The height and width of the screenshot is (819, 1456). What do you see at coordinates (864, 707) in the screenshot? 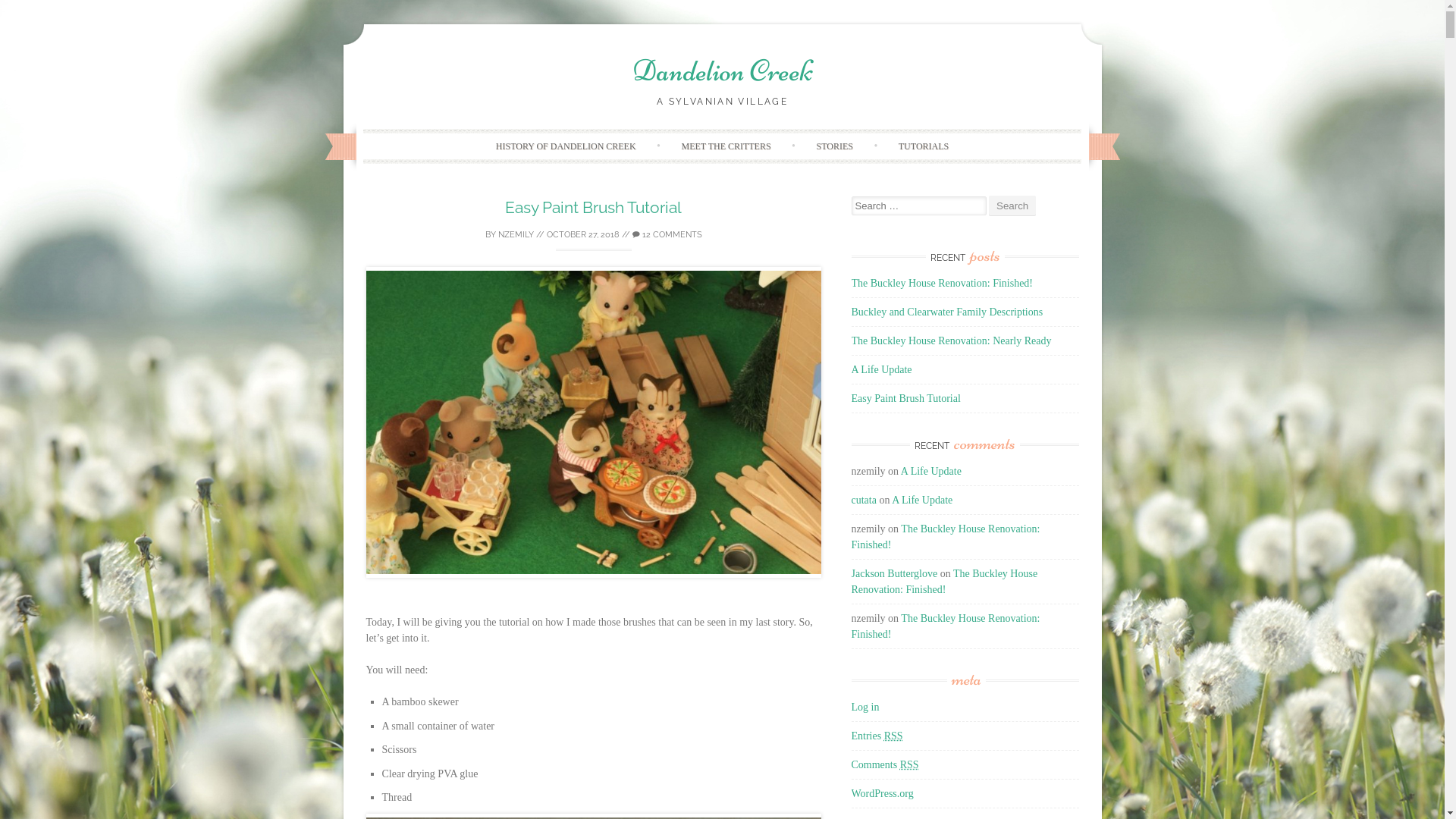
I see `'Log in'` at bounding box center [864, 707].